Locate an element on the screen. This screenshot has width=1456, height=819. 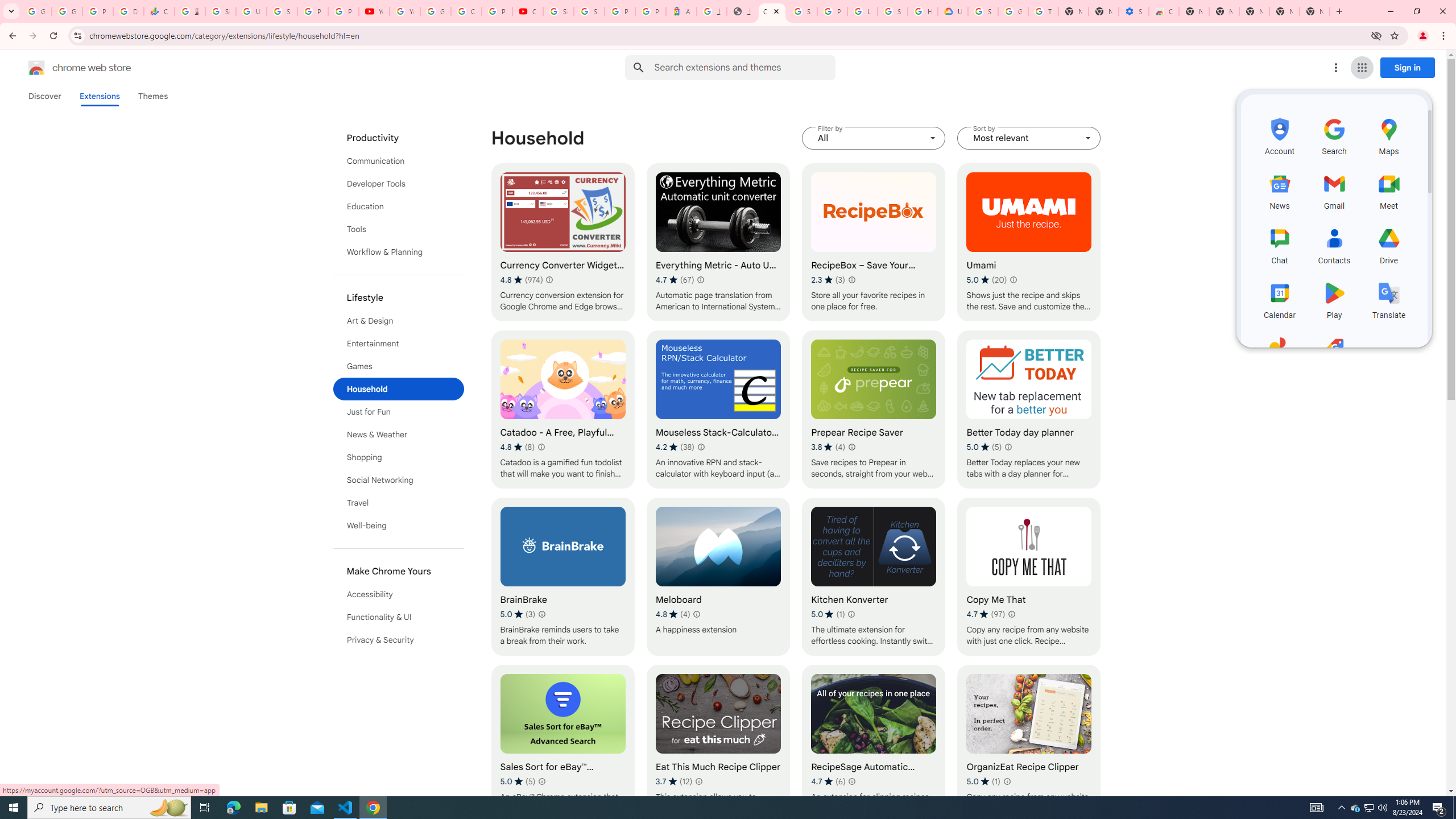
'Google Account Help' is located at coordinates (1013, 11).